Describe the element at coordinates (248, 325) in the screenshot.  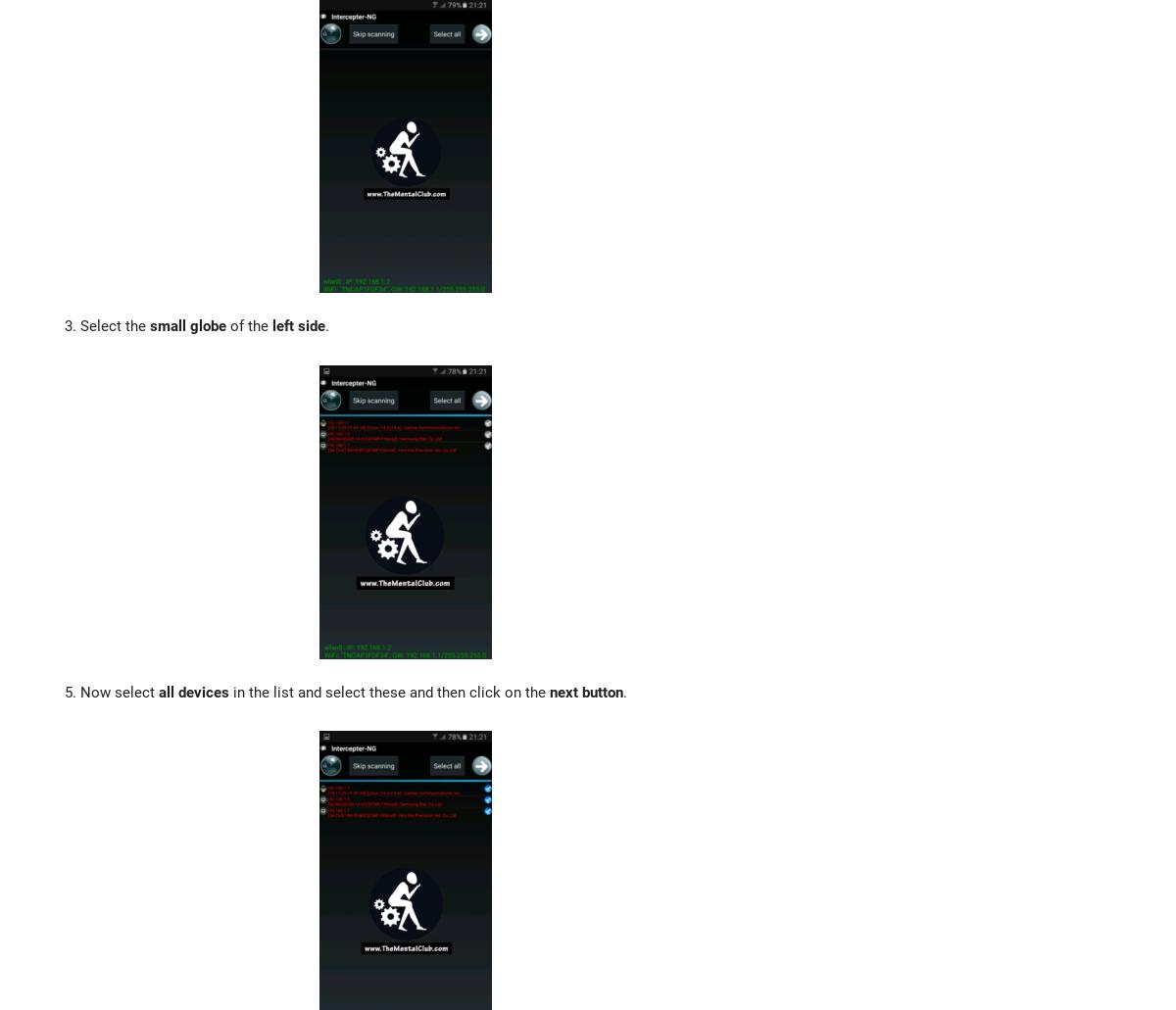
I see `'of the'` at that location.